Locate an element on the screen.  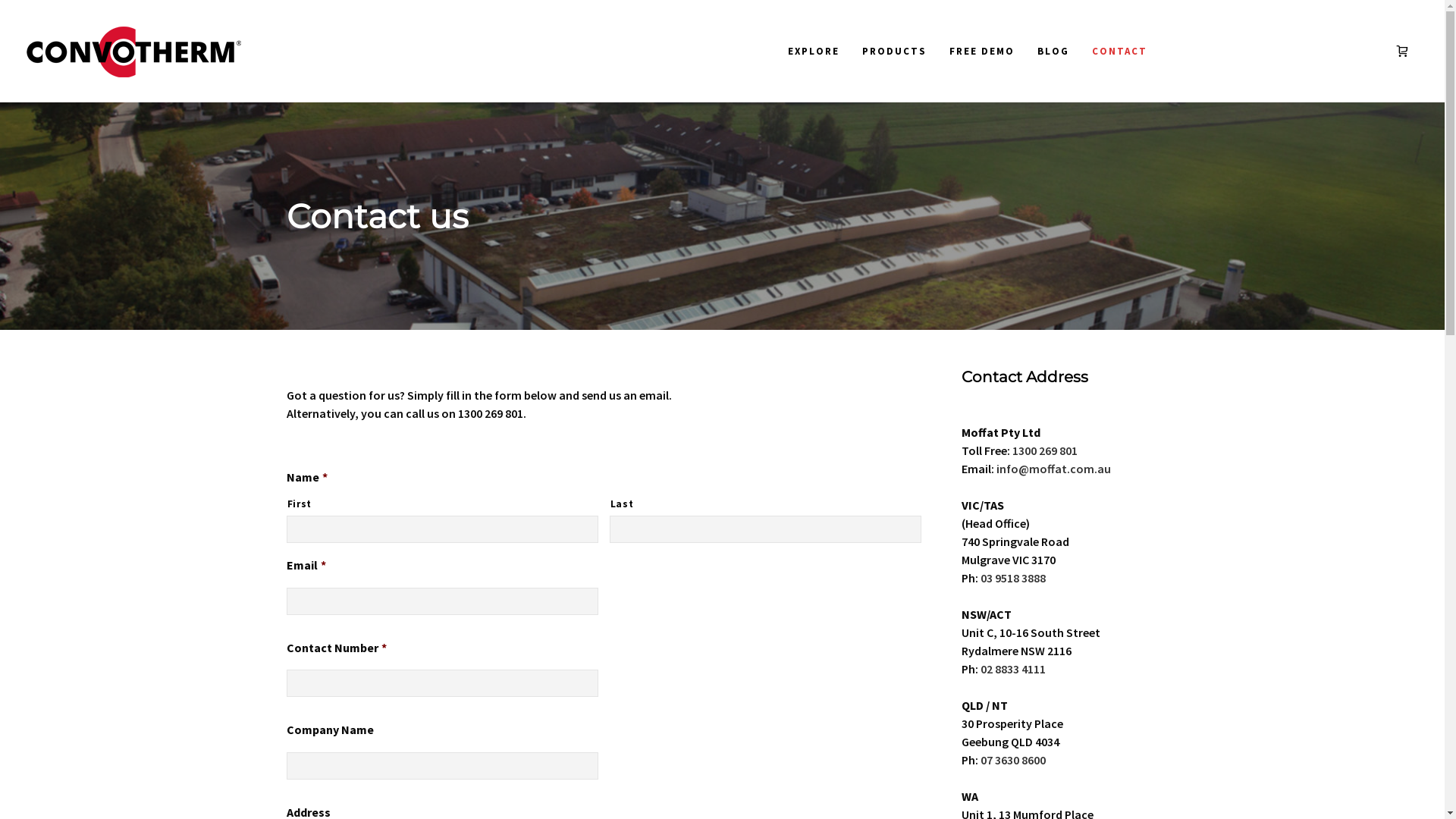
'FREE DEMO' is located at coordinates (981, 50).